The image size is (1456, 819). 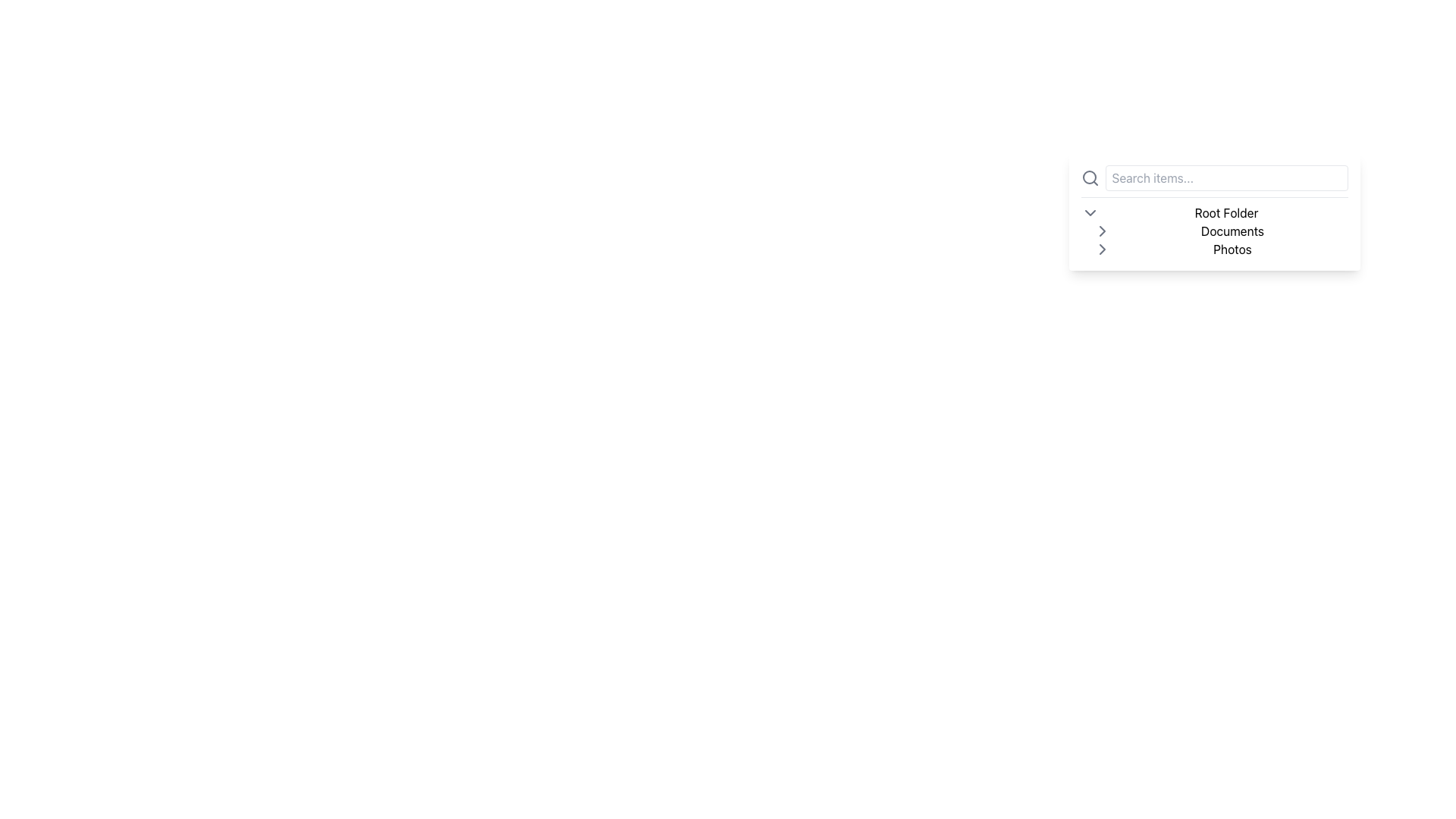 What do you see at coordinates (1232, 231) in the screenshot?
I see `the 'Documents' text label` at bounding box center [1232, 231].